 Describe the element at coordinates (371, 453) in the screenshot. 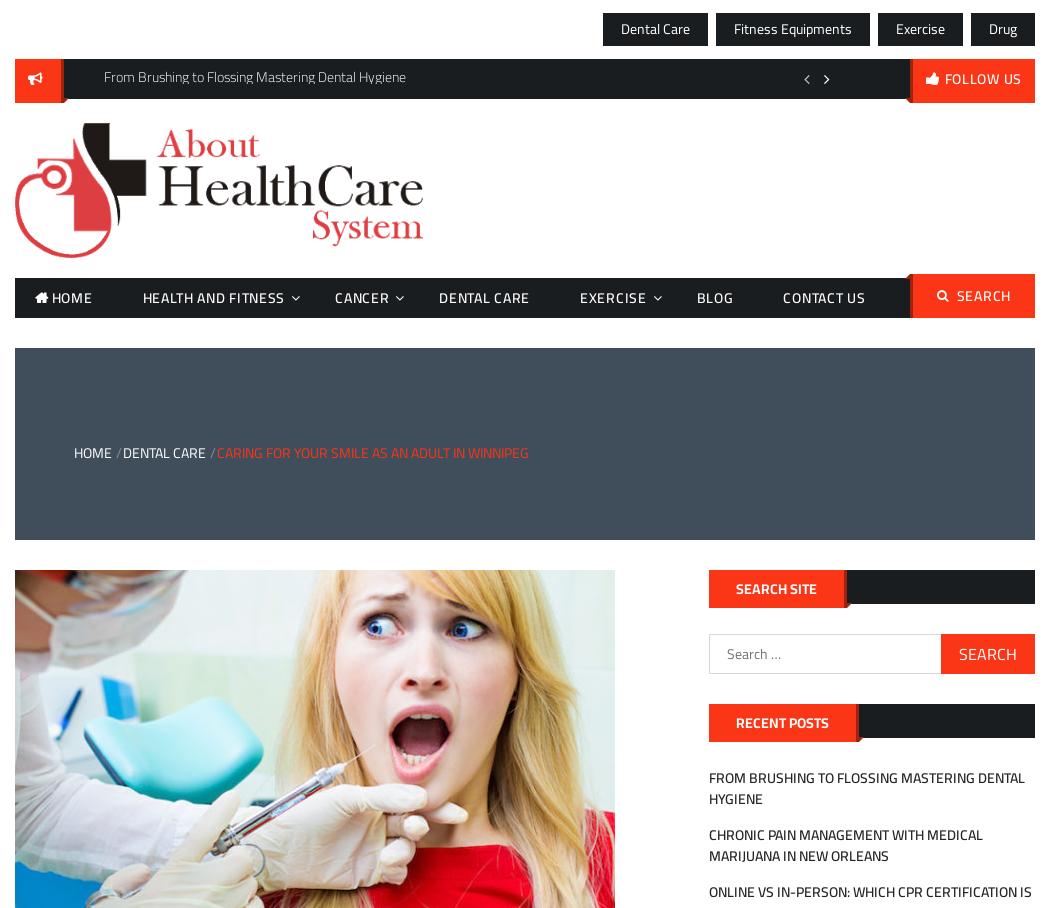

I see `'Caring for Your Smile as an Adult in Winnipeg'` at that location.